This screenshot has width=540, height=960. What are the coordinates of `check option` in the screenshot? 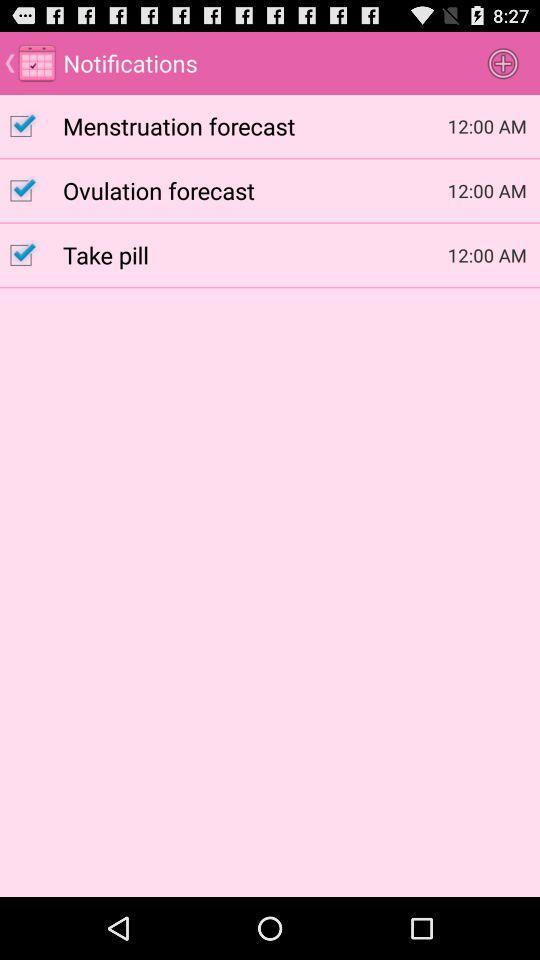 It's located at (30, 190).